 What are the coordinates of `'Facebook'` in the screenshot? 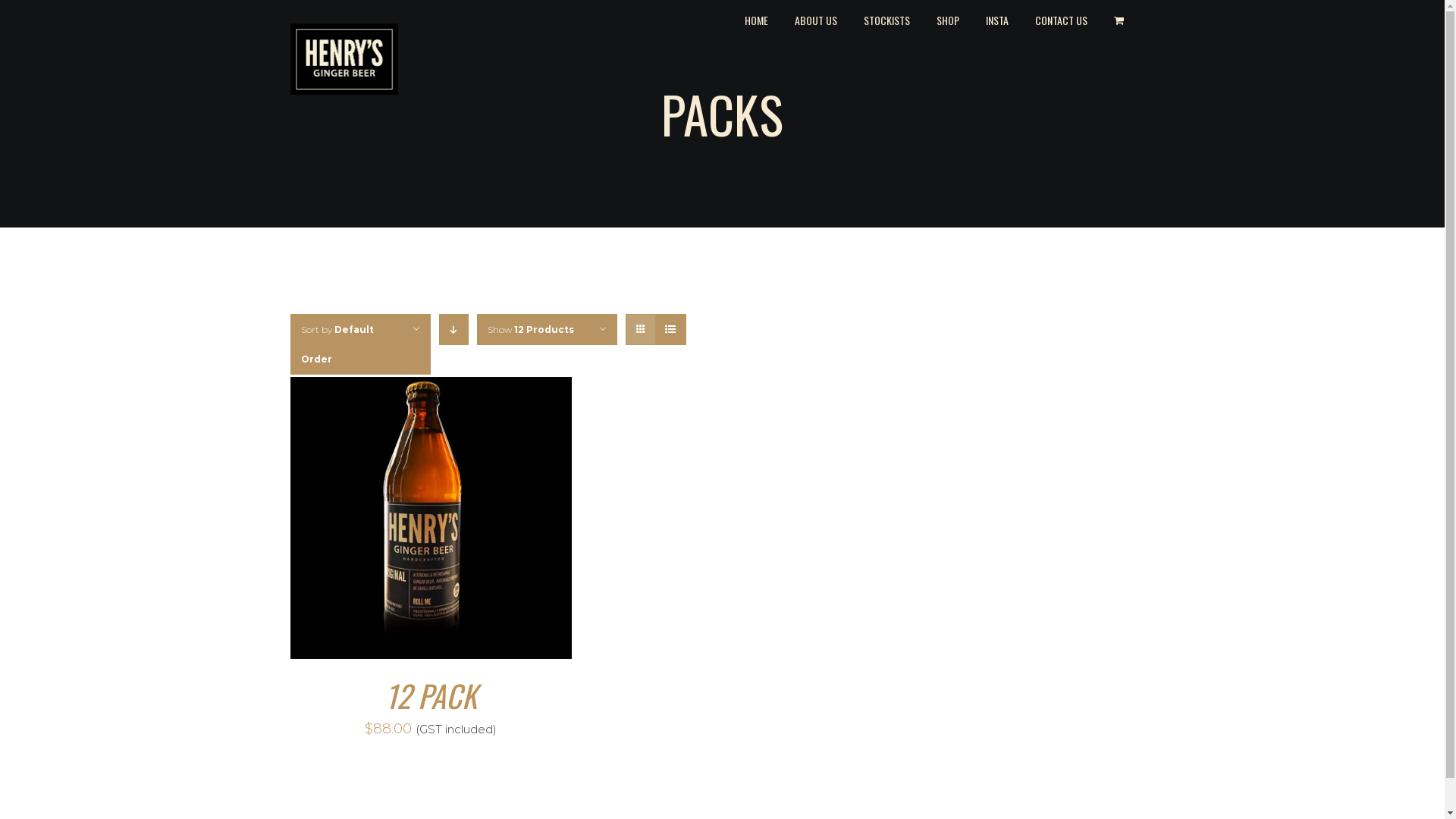 It's located at (691, 617).